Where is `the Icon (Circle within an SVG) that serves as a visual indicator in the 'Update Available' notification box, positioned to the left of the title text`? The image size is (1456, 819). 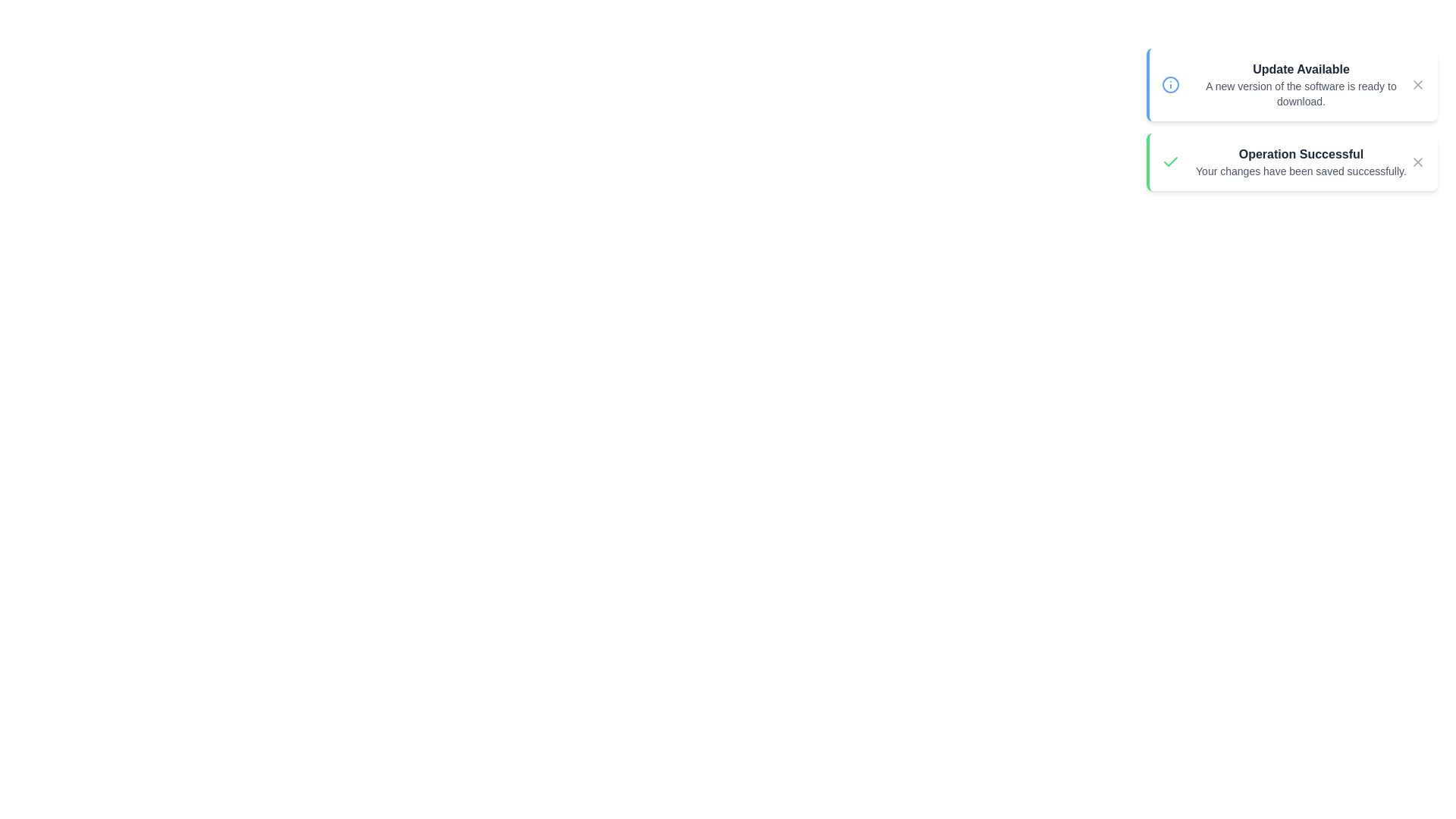 the Icon (Circle within an SVG) that serves as a visual indicator in the 'Update Available' notification box, positioned to the left of the title text is located at coordinates (1170, 84).